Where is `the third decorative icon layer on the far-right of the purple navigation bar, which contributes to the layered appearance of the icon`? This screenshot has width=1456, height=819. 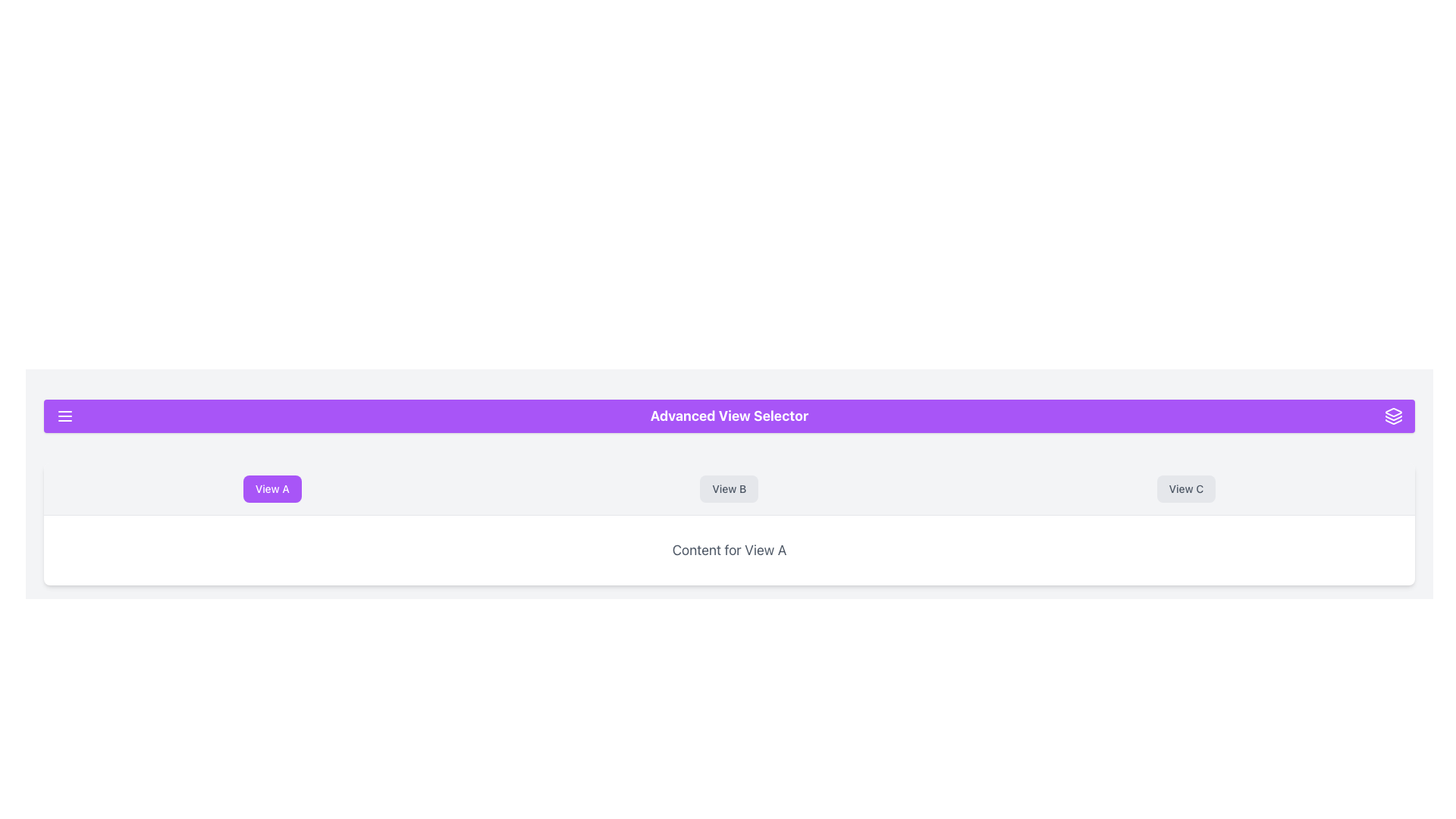 the third decorative icon layer on the far-right of the purple navigation bar, which contributes to the layered appearance of the icon is located at coordinates (1394, 422).